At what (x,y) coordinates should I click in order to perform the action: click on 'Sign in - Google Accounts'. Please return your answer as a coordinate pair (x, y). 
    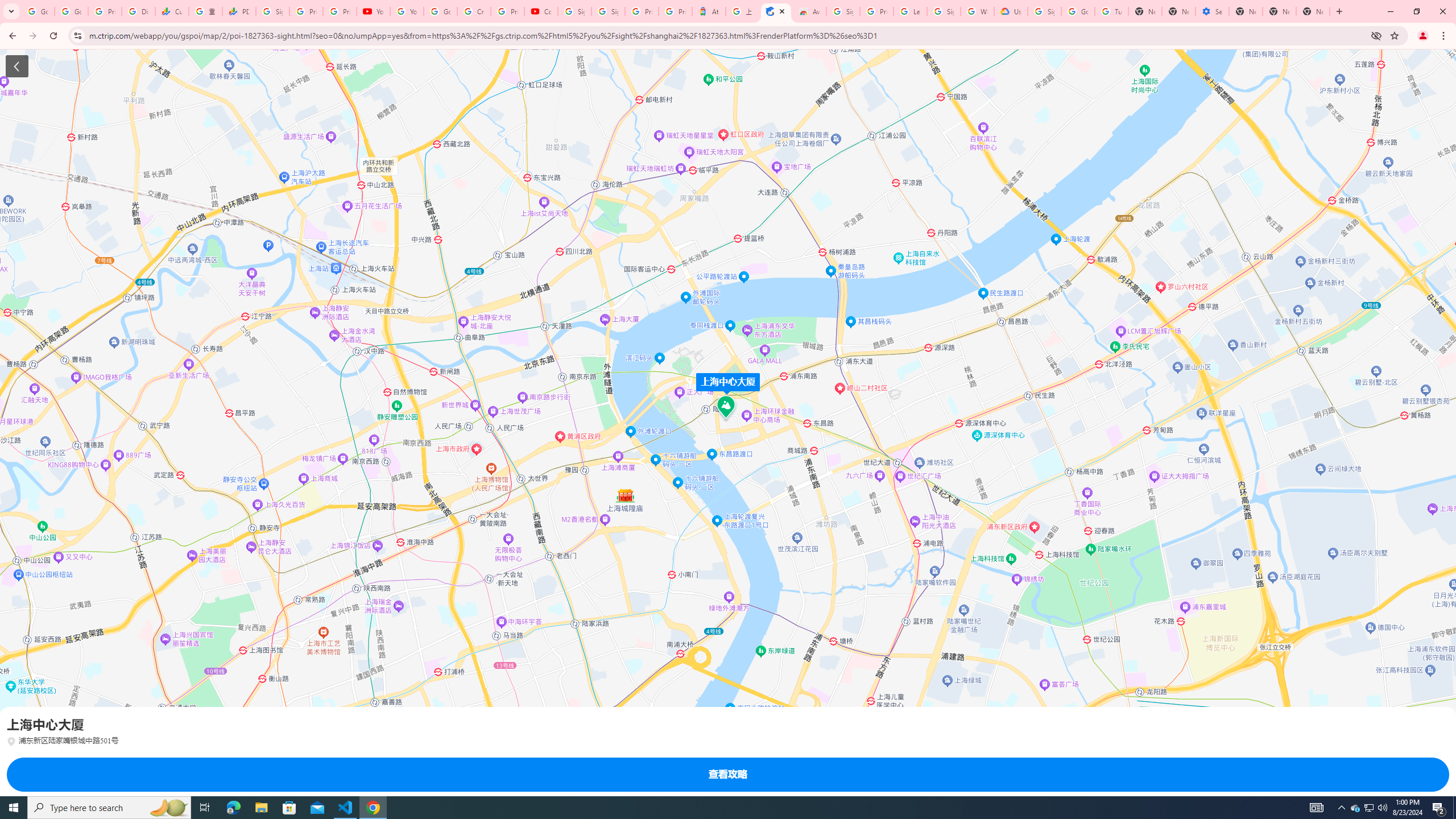
    Looking at the image, I should click on (1043, 11).